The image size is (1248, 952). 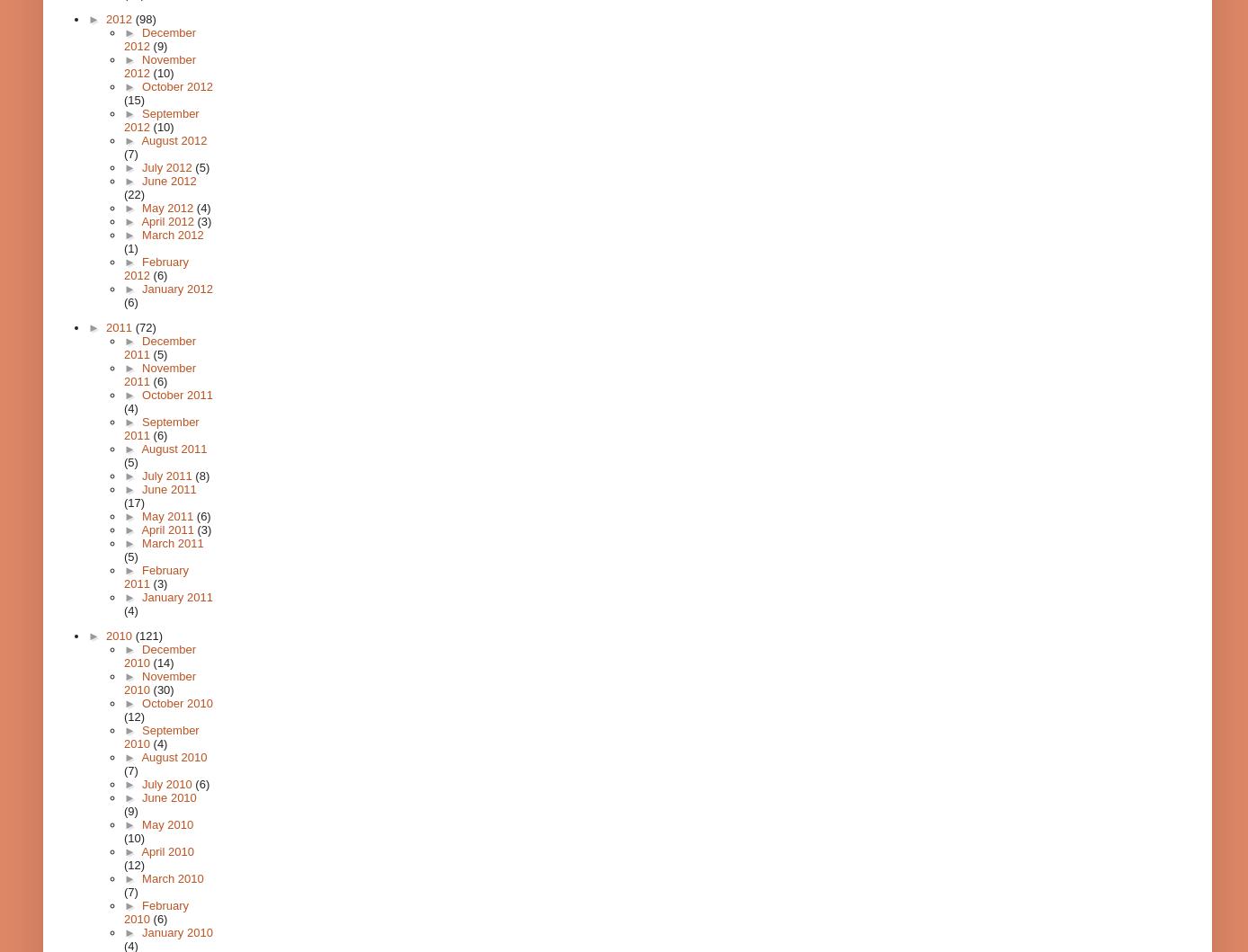 What do you see at coordinates (175, 597) in the screenshot?
I see `'January 2011'` at bounding box center [175, 597].